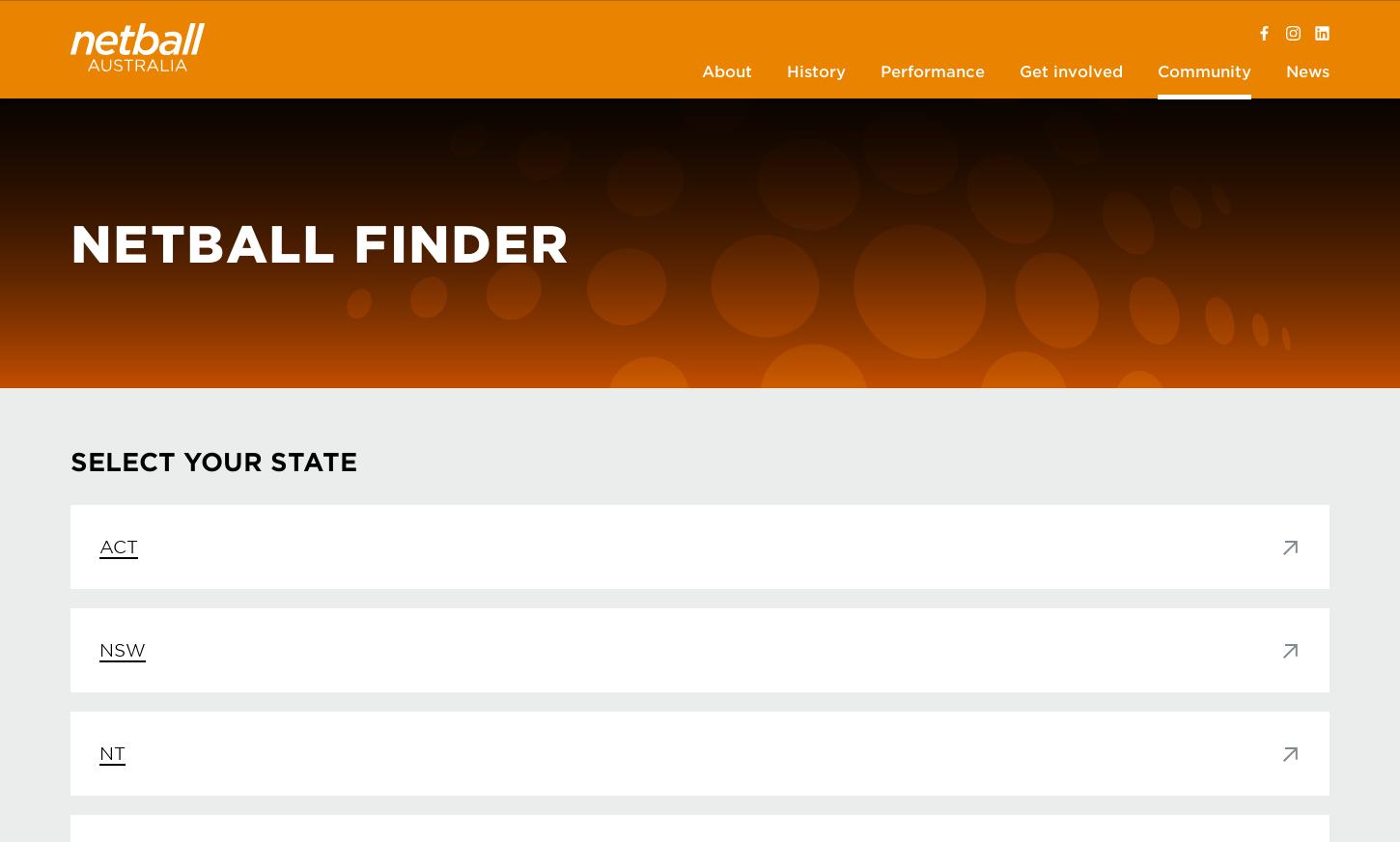  What do you see at coordinates (719, 126) in the screenshot?
I see `'Confident Girls Foundation'` at bounding box center [719, 126].